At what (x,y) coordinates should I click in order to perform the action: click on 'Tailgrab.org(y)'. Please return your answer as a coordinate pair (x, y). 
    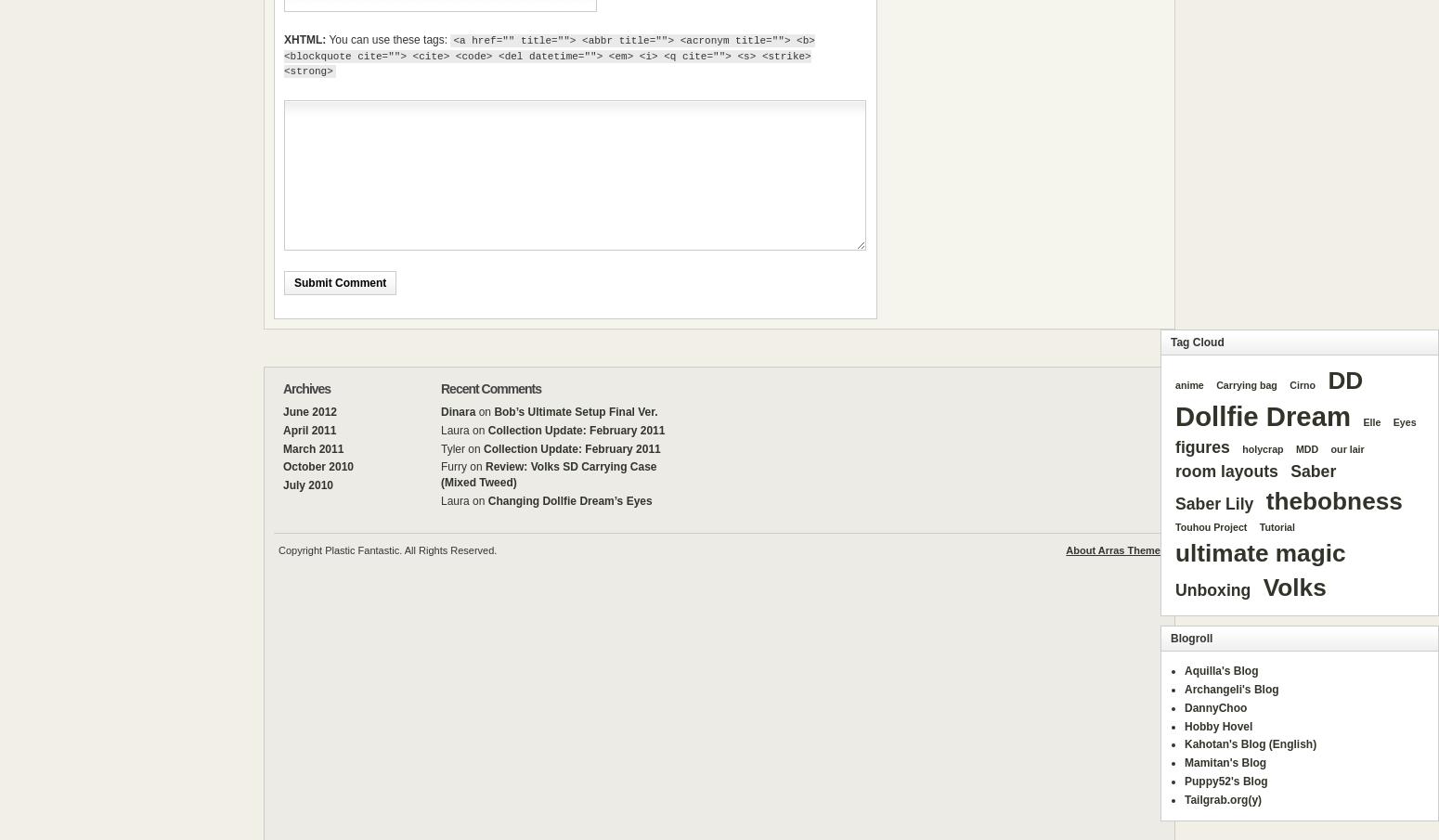
    Looking at the image, I should click on (1222, 799).